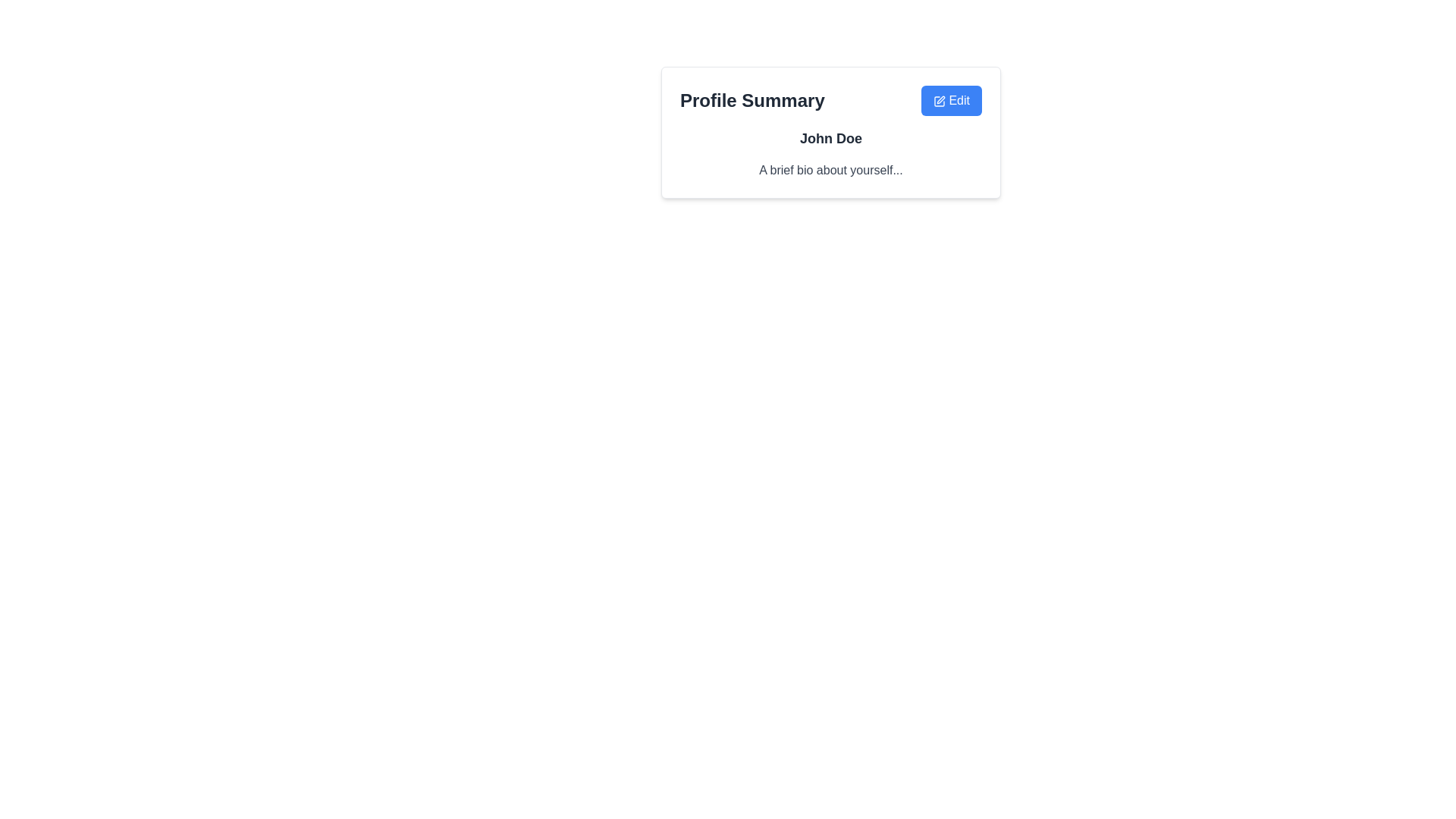  Describe the element at coordinates (940, 99) in the screenshot. I see `the pen-like edit icon located at the top-right of the 'Profile Summary' card` at that location.